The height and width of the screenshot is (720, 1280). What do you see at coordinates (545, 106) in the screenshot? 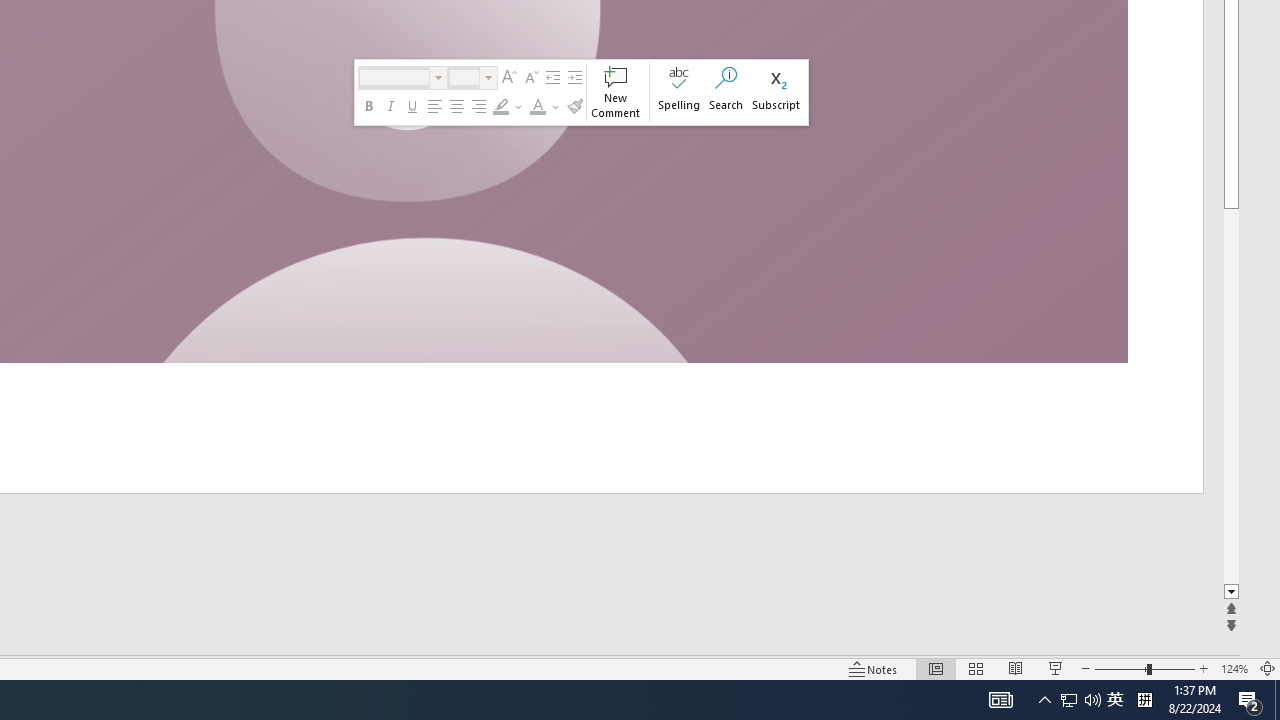
I see `'Font Color'` at bounding box center [545, 106].